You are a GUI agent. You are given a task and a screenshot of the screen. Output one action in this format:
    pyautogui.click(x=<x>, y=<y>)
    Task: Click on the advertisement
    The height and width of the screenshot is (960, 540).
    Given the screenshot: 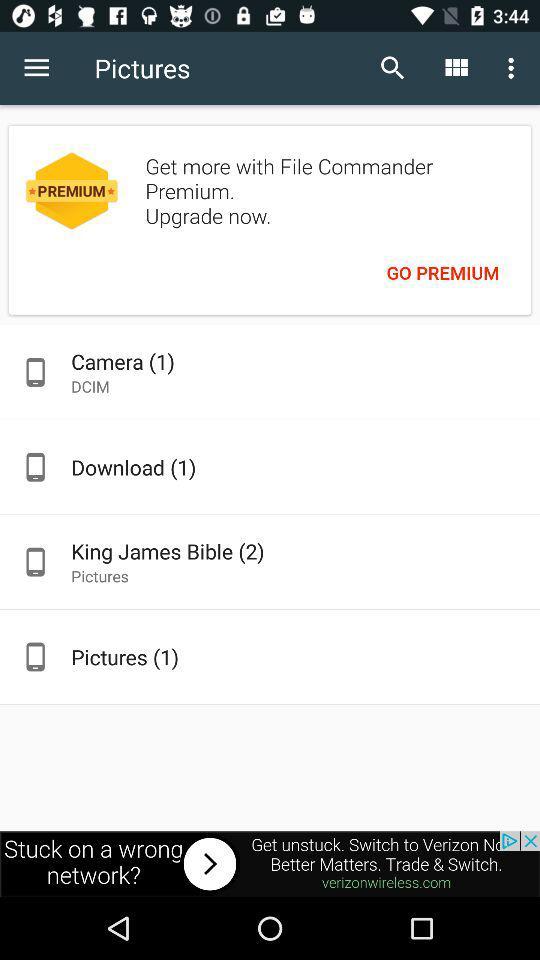 What is the action you would take?
    pyautogui.click(x=270, y=863)
    